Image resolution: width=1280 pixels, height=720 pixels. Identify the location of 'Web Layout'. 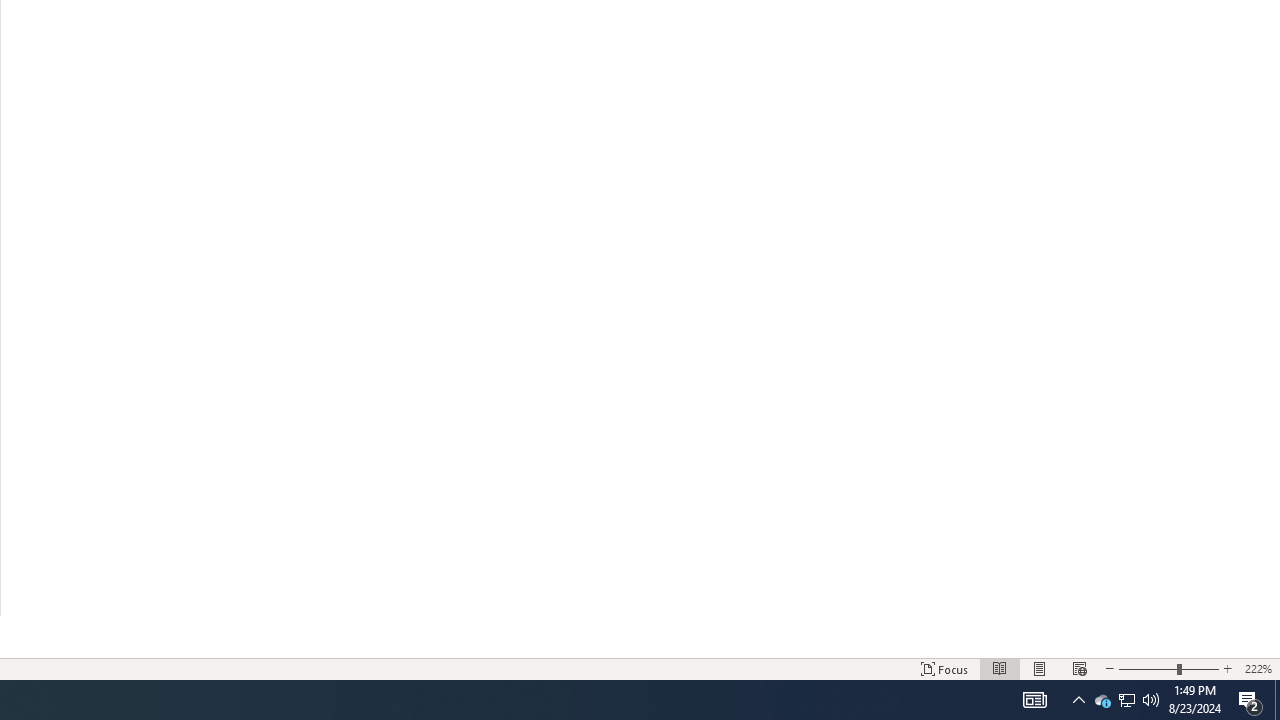
(1078, 669).